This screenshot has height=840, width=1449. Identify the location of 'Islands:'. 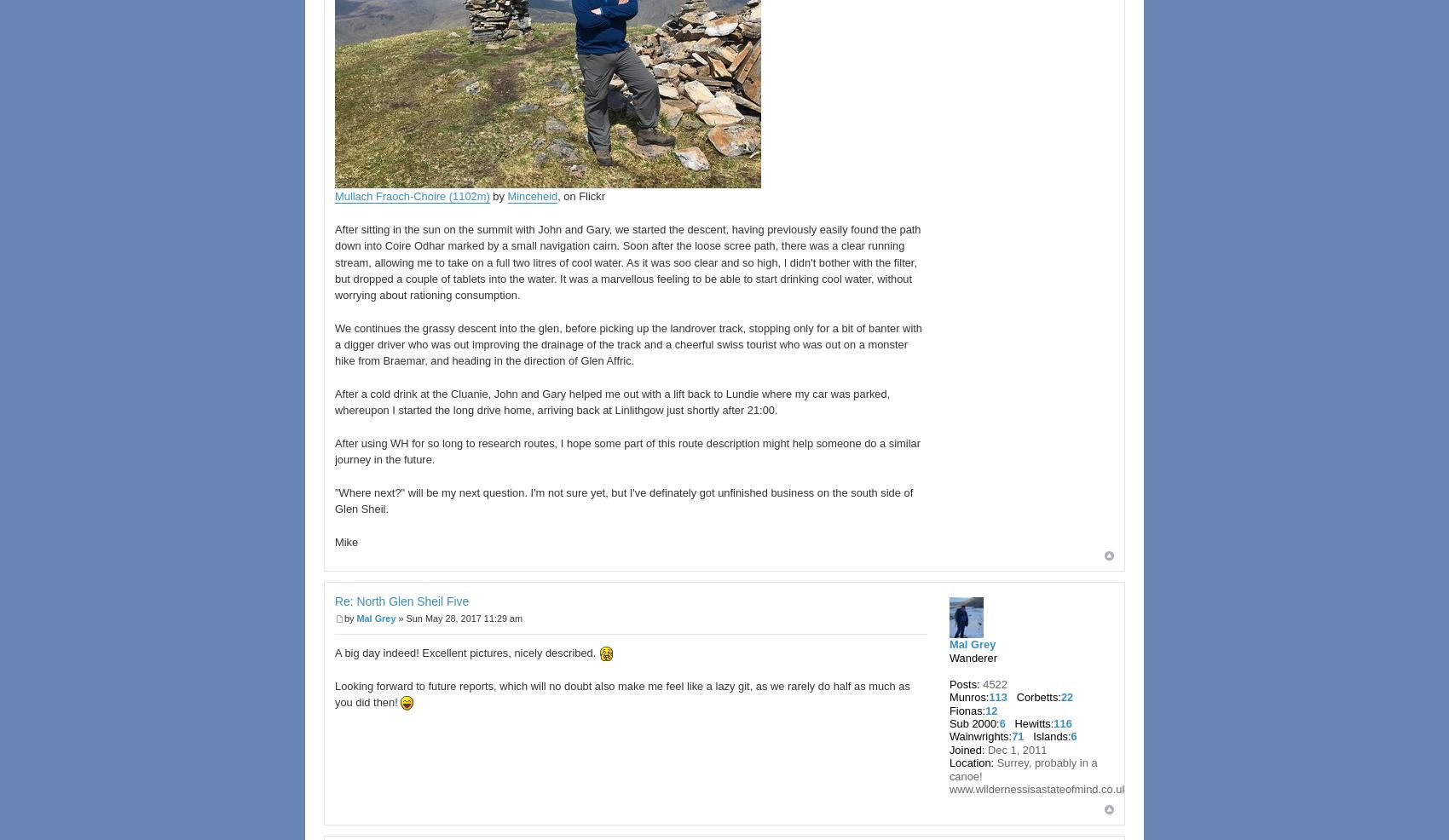
(1031, 735).